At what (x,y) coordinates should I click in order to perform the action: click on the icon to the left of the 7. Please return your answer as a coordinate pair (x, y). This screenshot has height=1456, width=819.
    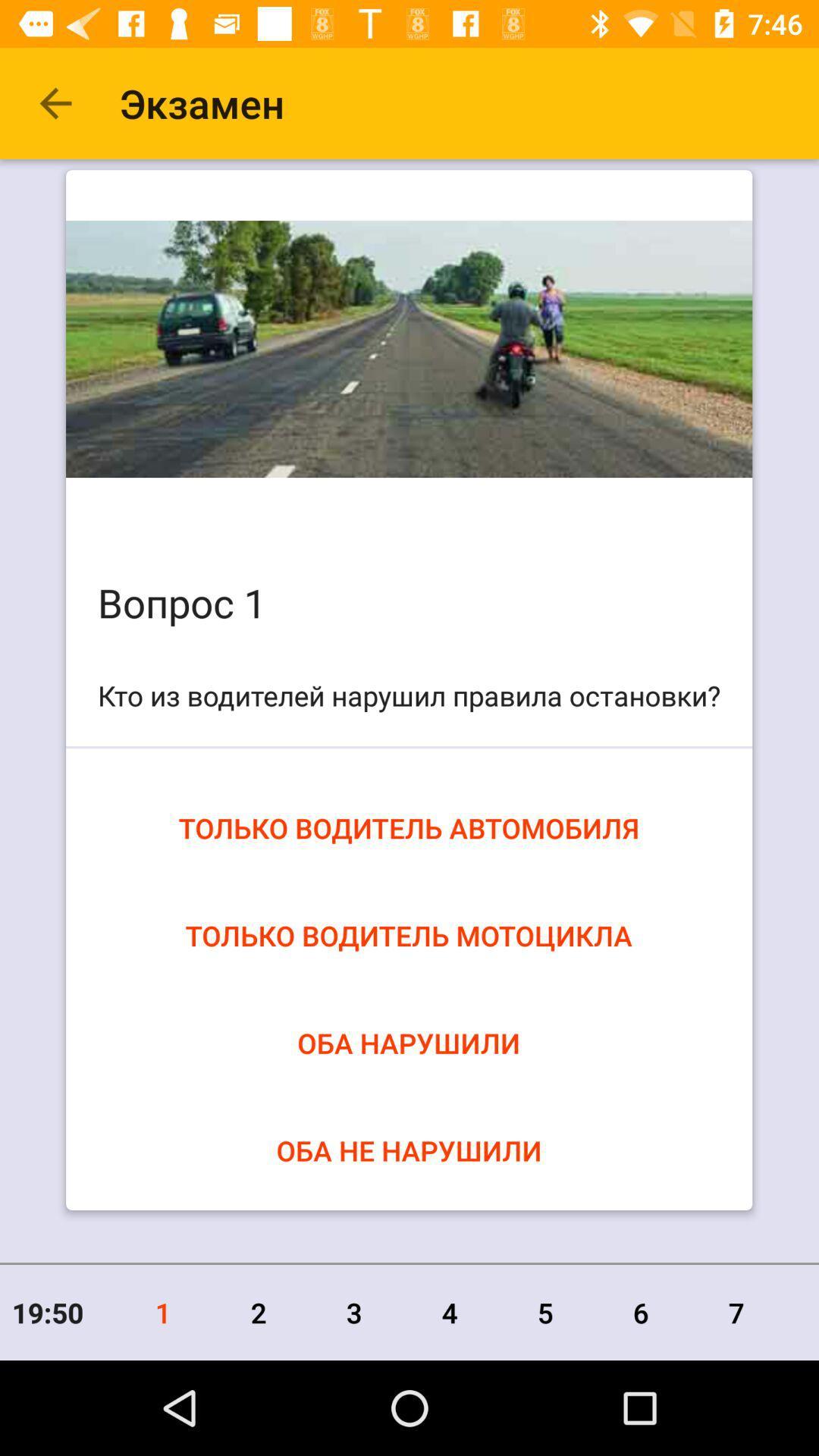
    Looking at the image, I should click on (641, 1312).